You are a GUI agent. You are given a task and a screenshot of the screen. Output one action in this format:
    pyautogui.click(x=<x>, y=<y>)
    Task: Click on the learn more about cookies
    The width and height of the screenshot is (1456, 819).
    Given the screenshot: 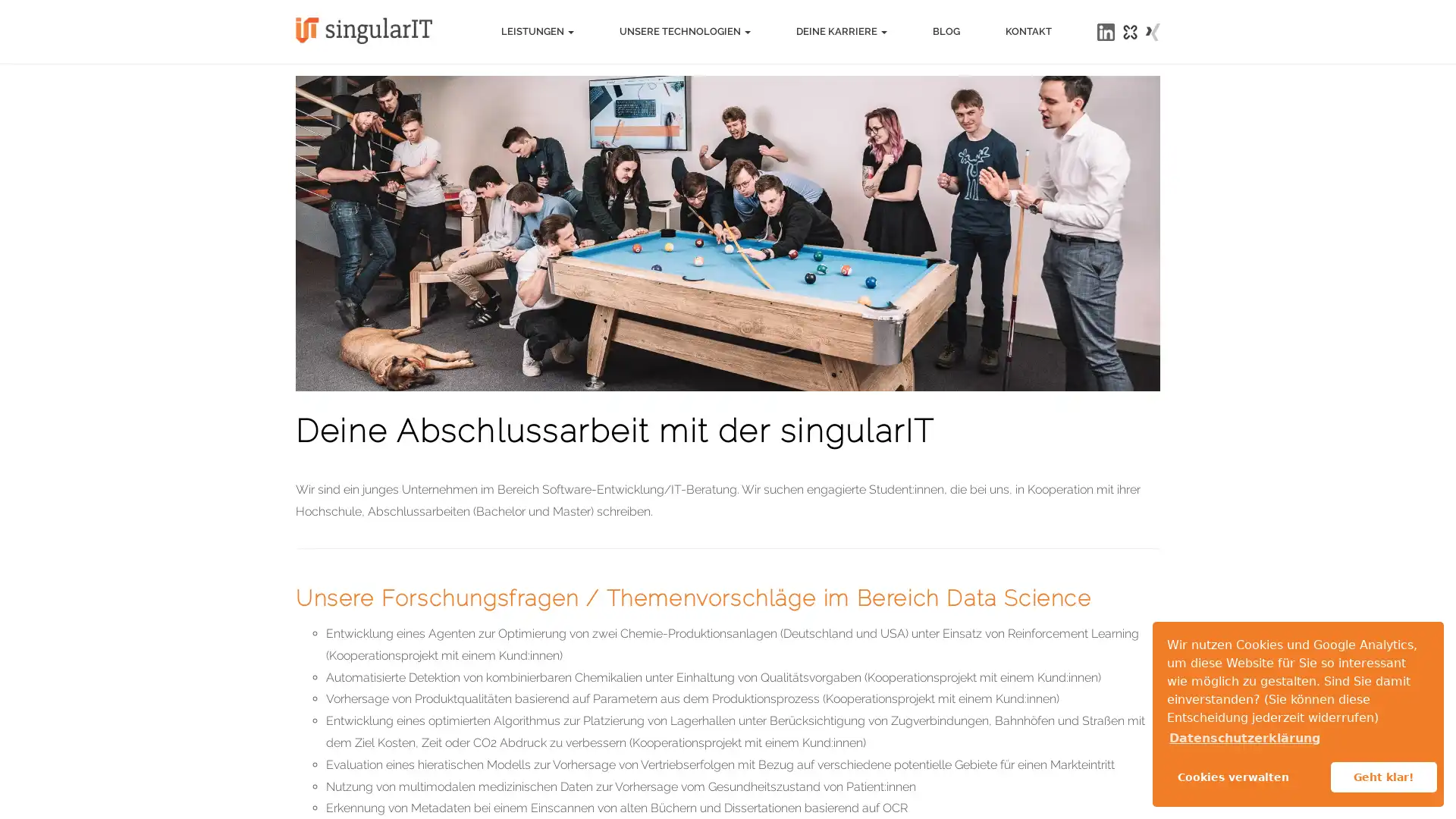 What is the action you would take?
    pyautogui.click(x=1244, y=737)
    